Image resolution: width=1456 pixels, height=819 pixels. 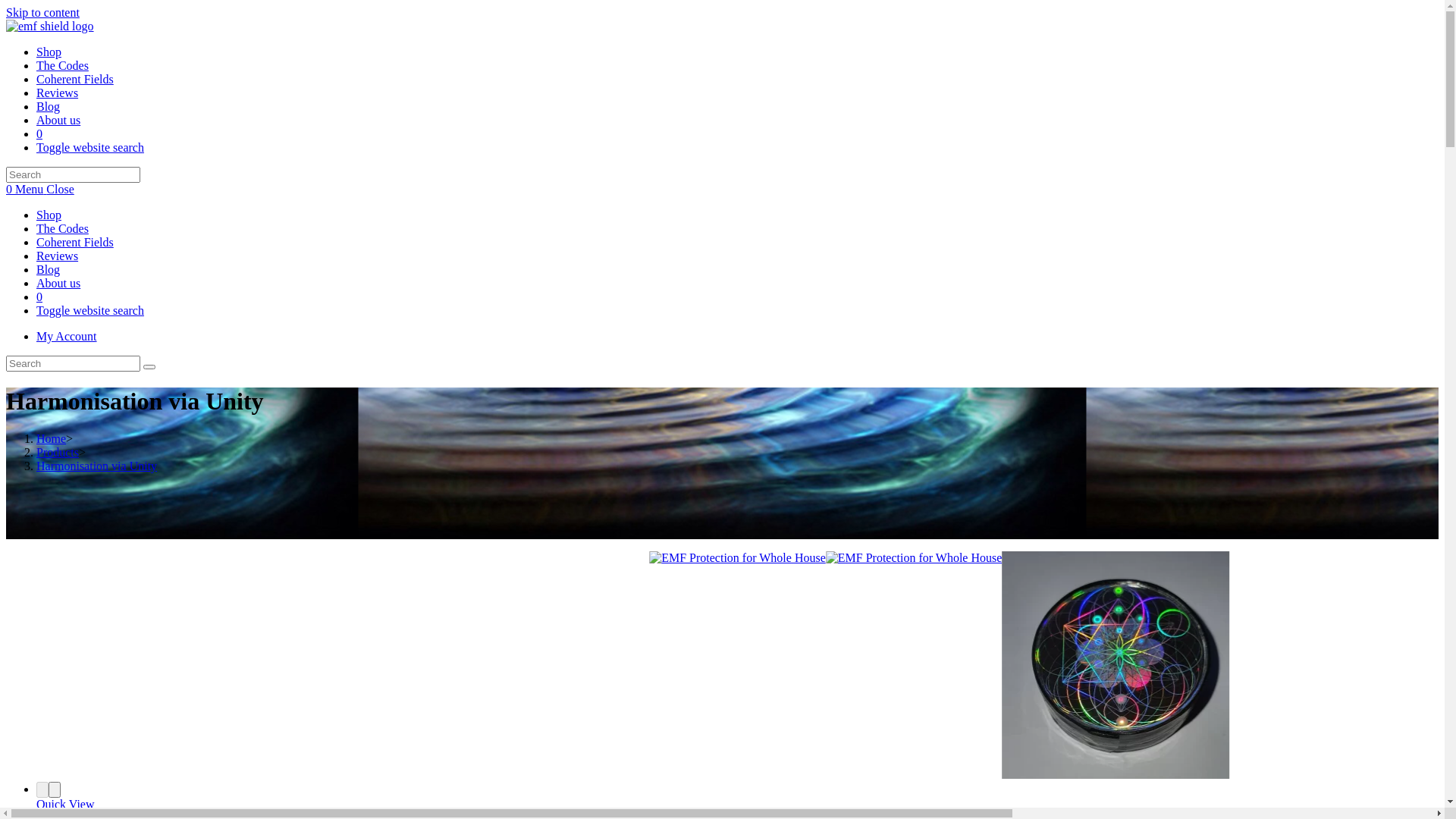 What do you see at coordinates (44, 188) in the screenshot?
I see `'Menu Close'` at bounding box center [44, 188].